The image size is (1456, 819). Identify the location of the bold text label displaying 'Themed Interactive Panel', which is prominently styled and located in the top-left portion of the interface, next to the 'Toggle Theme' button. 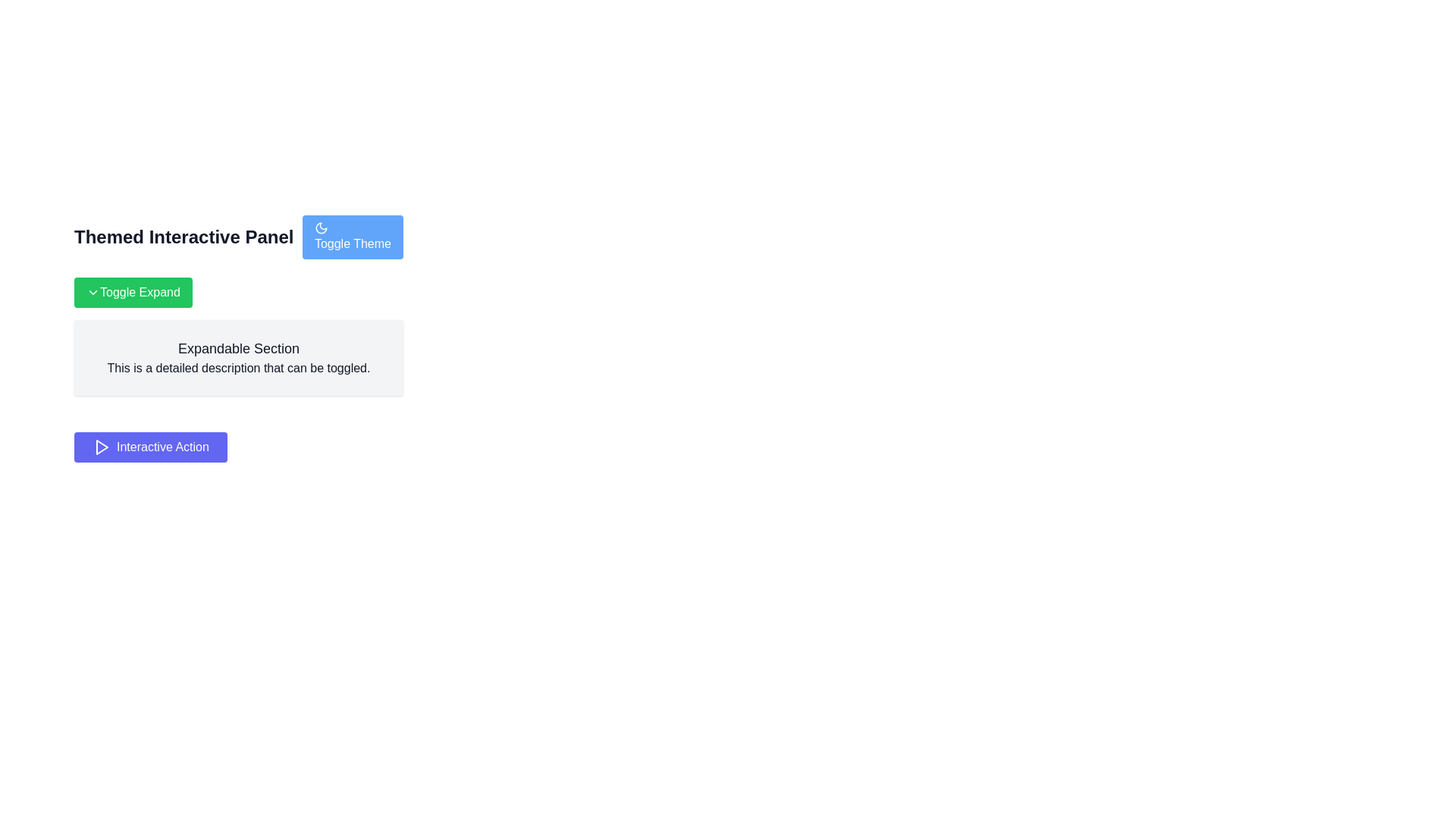
(183, 237).